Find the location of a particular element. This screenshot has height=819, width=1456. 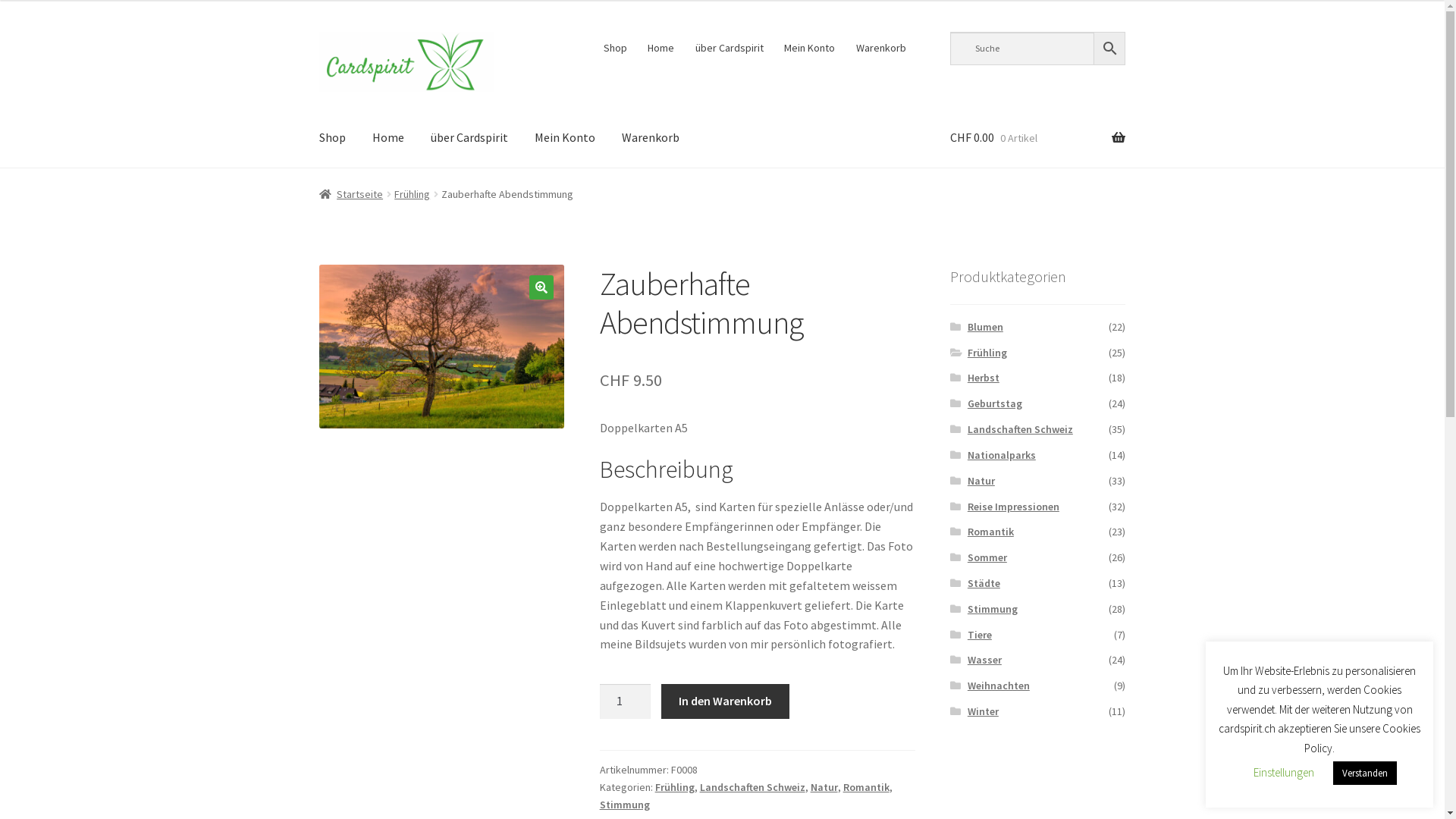

'Weihnachten' is located at coordinates (998, 685).